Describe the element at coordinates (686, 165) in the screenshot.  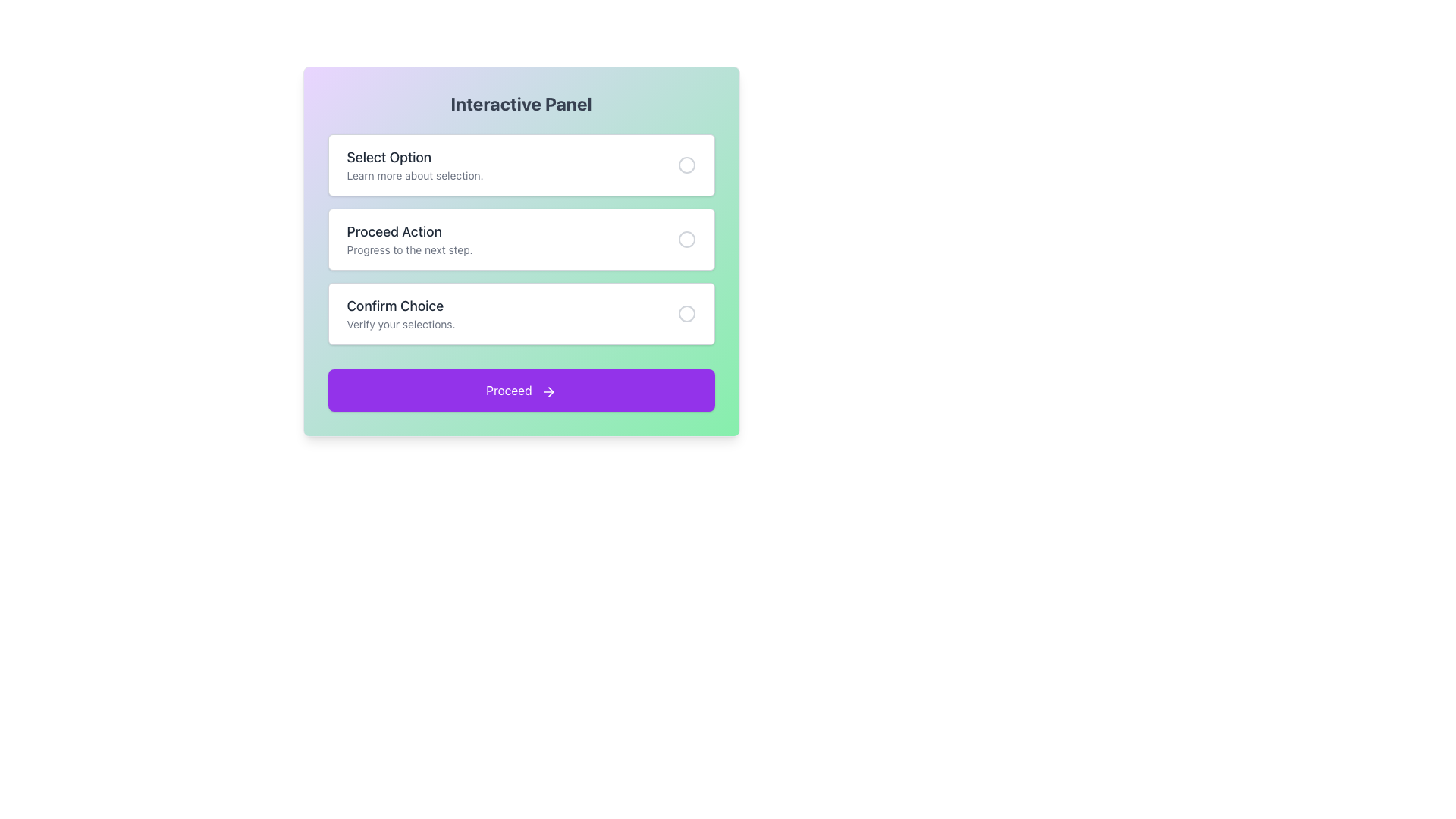
I see `the circular selectable indicator (radio button or checkbox) located on the extreme right side of the 'Select Option' panel` at that location.